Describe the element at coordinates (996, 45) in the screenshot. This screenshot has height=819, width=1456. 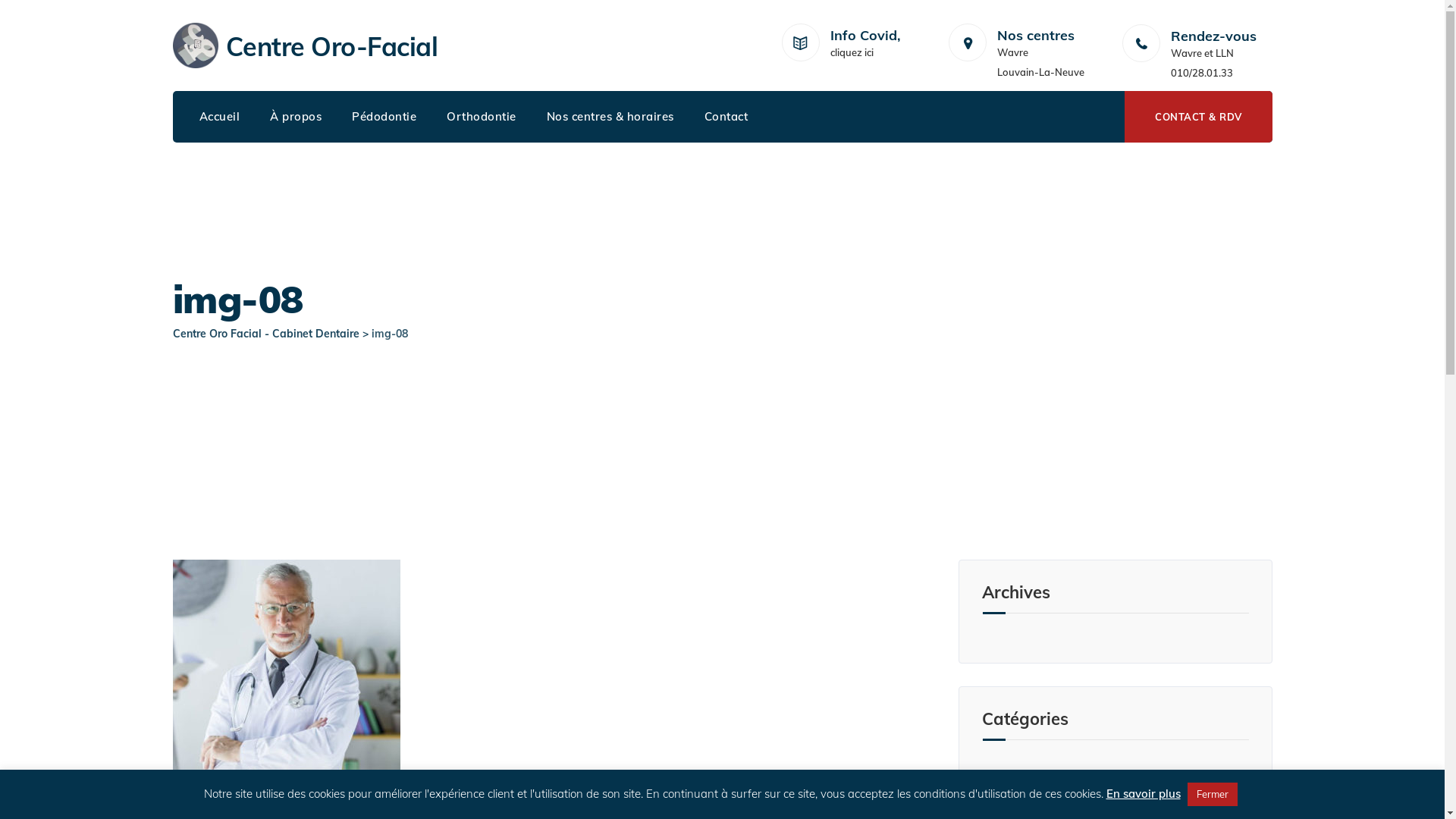
I see `'Nos centres` at that location.